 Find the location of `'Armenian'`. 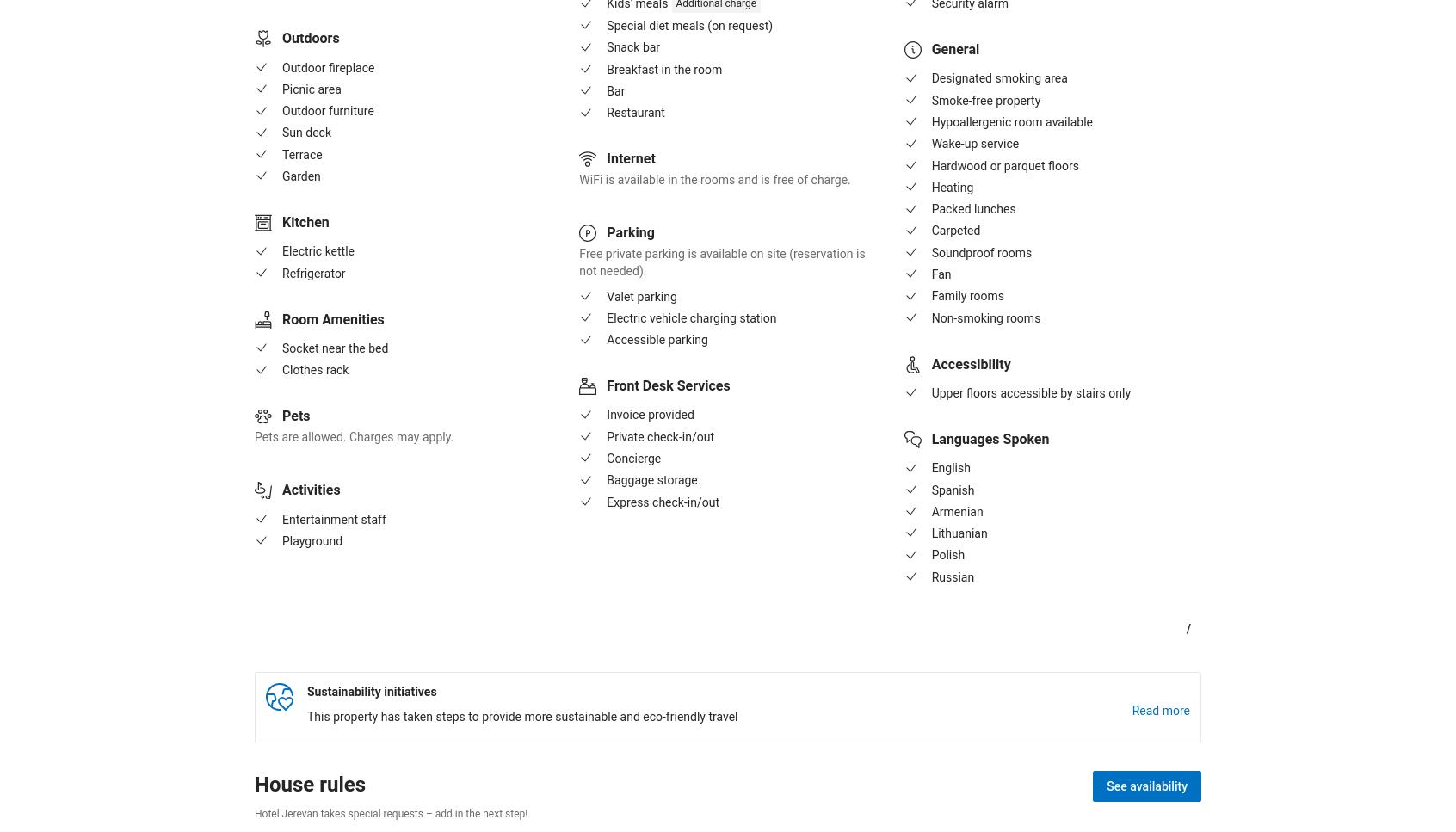

'Armenian' is located at coordinates (956, 510).